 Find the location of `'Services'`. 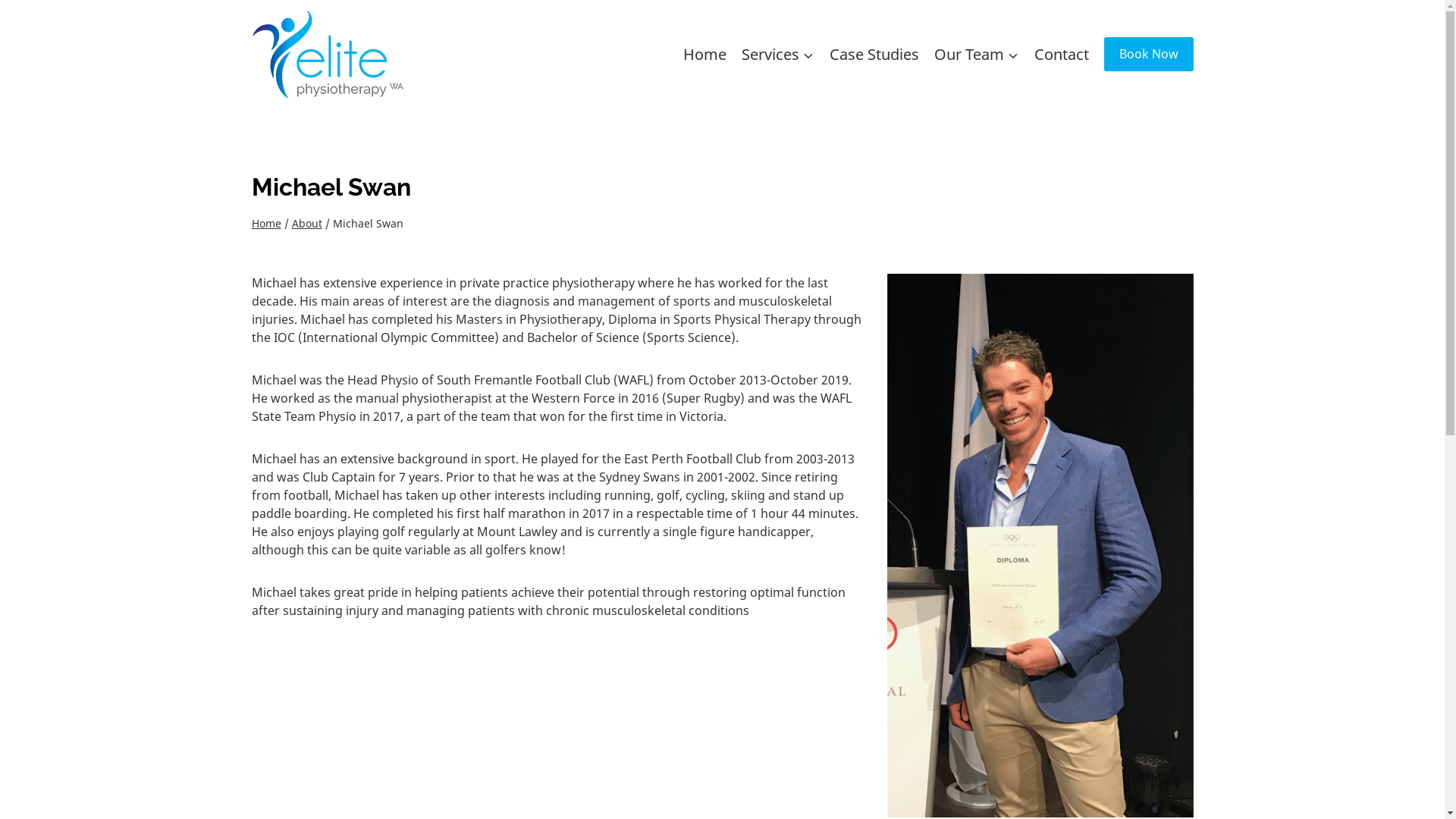

'Services' is located at coordinates (734, 52).